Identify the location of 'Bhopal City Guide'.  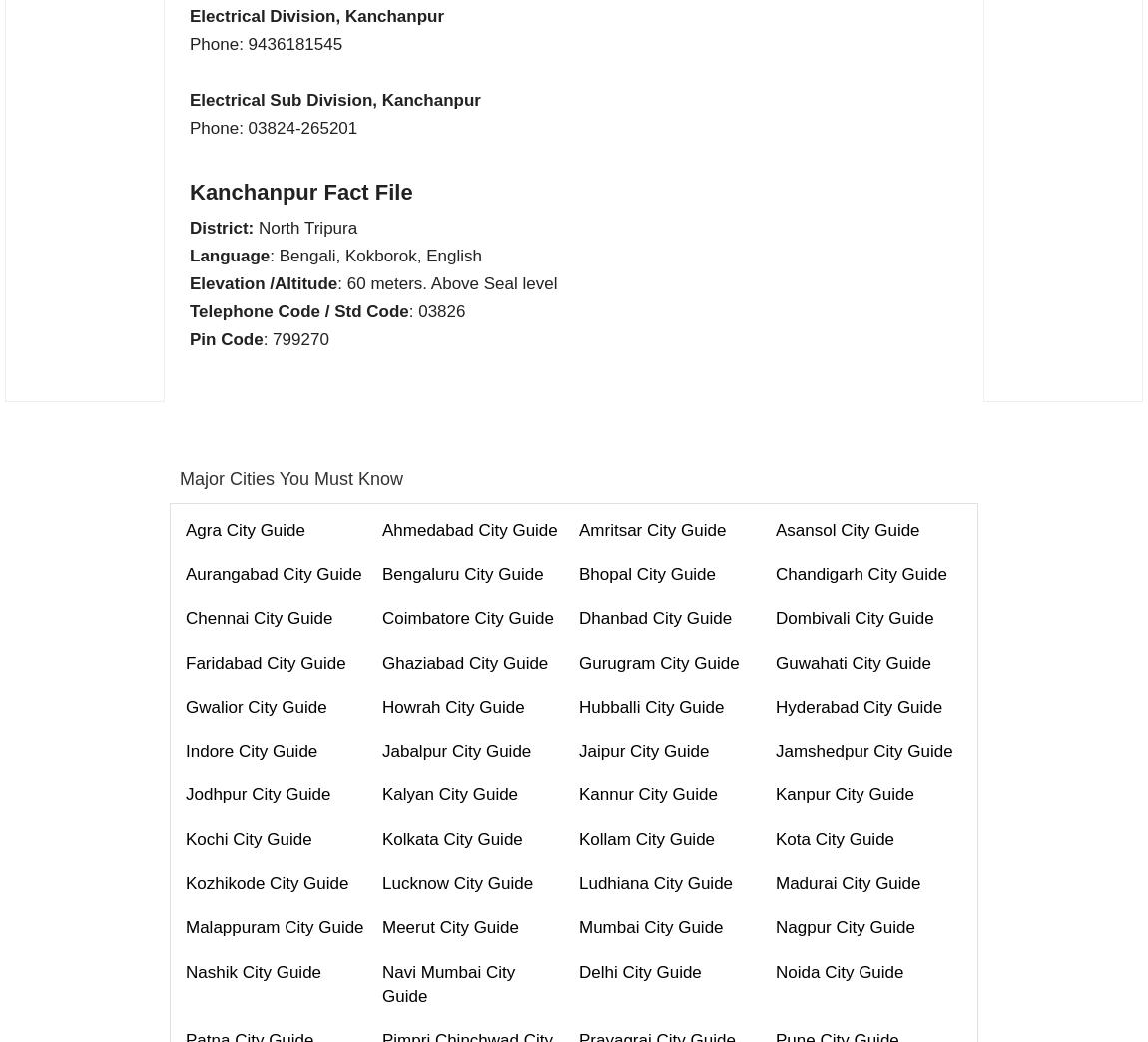
(646, 572).